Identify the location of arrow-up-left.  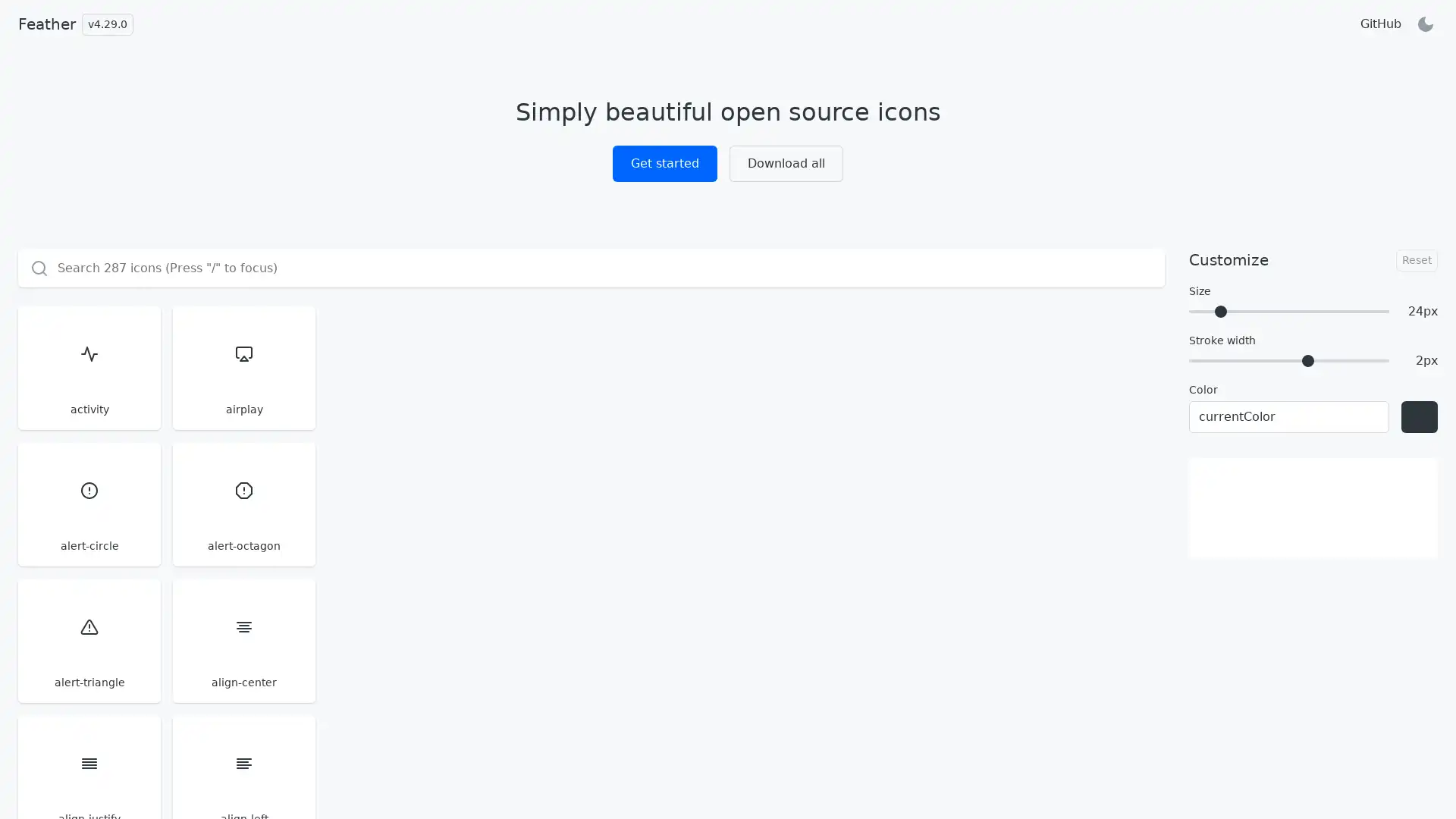
(461, 640).